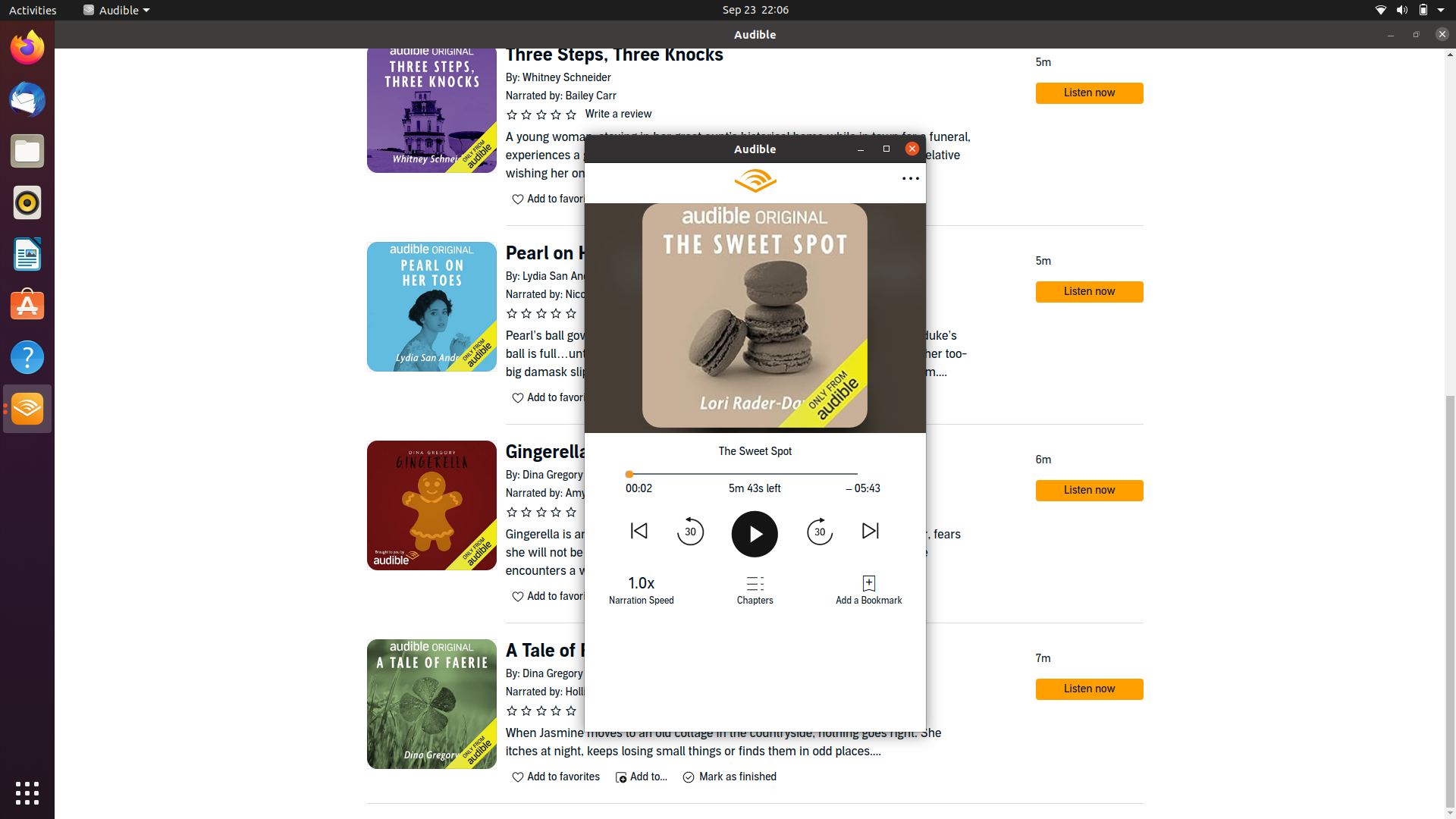 The width and height of the screenshot is (1456, 819). What do you see at coordinates (868, 589) in the screenshot?
I see `Mark the active webpage for future reference` at bounding box center [868, 589].